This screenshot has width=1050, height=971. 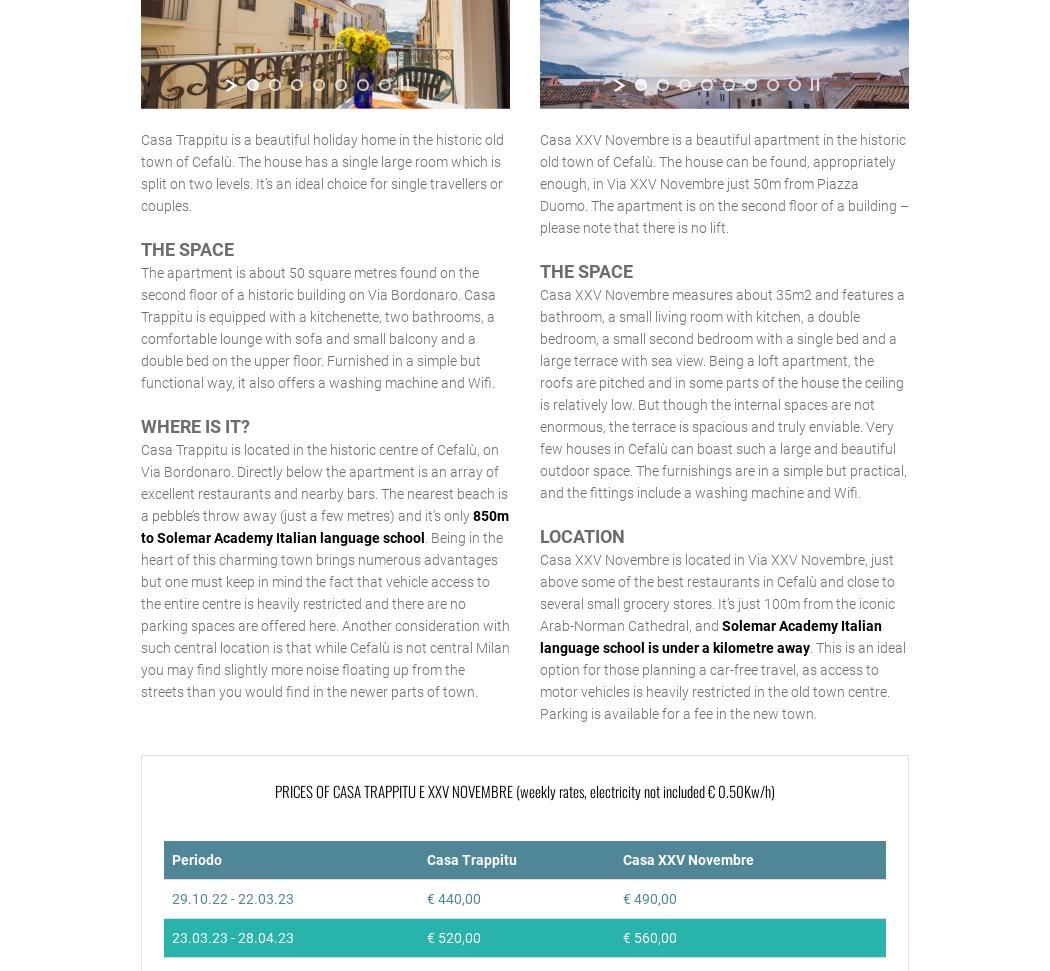 I want to click on 'The apartment is about 50 square metres found on the second floor of a historic building on Via Bordonaro. Casa Trappitu is equipped with a kitchenette, two bathrooms, a comfortable lounge with sofa and small balcony and a double bed on the upper floor. Furnished in a simple but functional way, it also offers a washing machine and Wifi.', so click(x=318, y=327).